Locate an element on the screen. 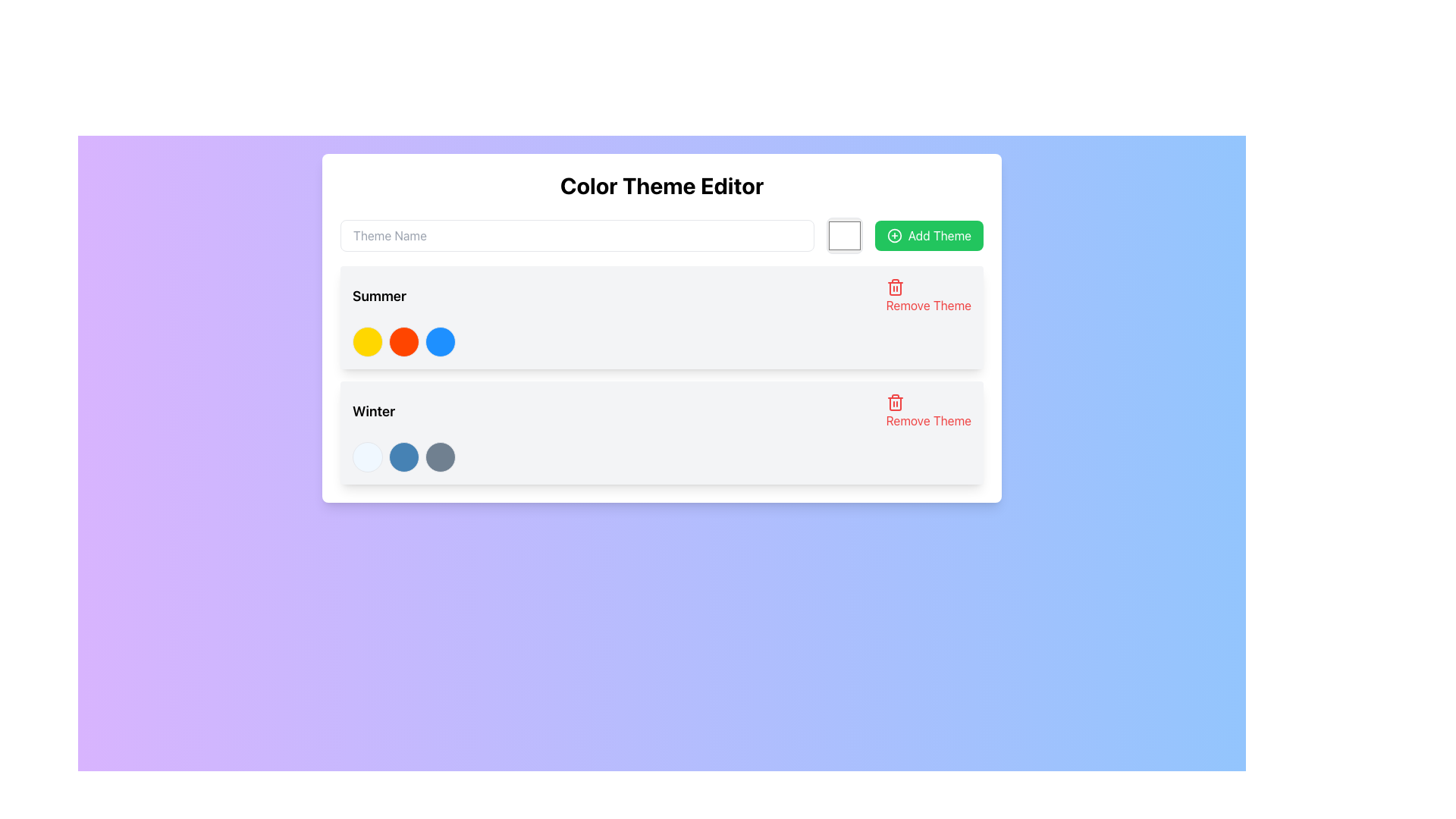 The image size is (1456, 819). the red trash bin icon located next to the 'Remove Theme' text is located at coordinates (895, 402).